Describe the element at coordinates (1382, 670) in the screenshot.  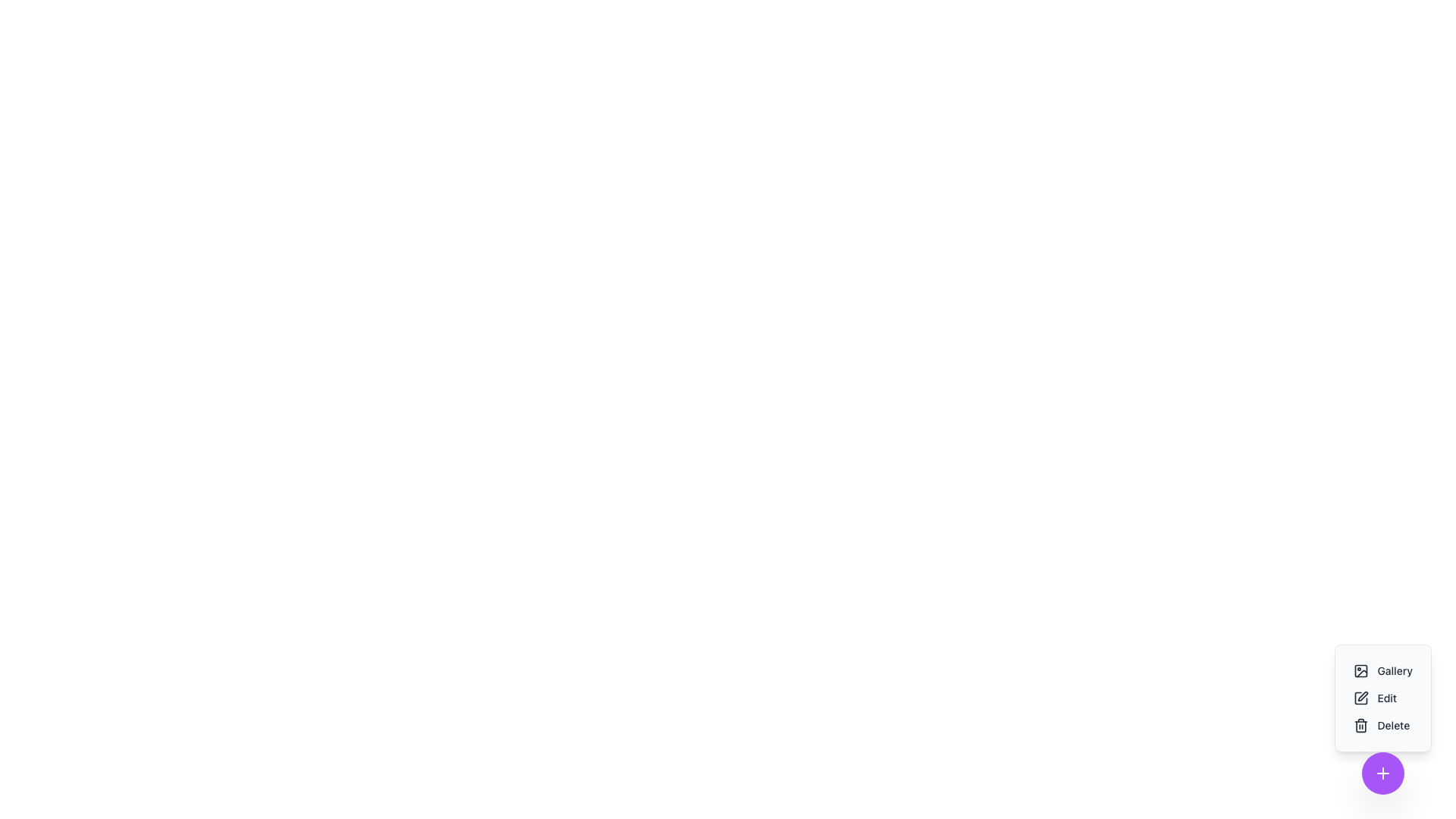
I see `the 'Gallery' button, which features a photo frame icon and is the first item in a vertical list within a floating context menu` at that location.